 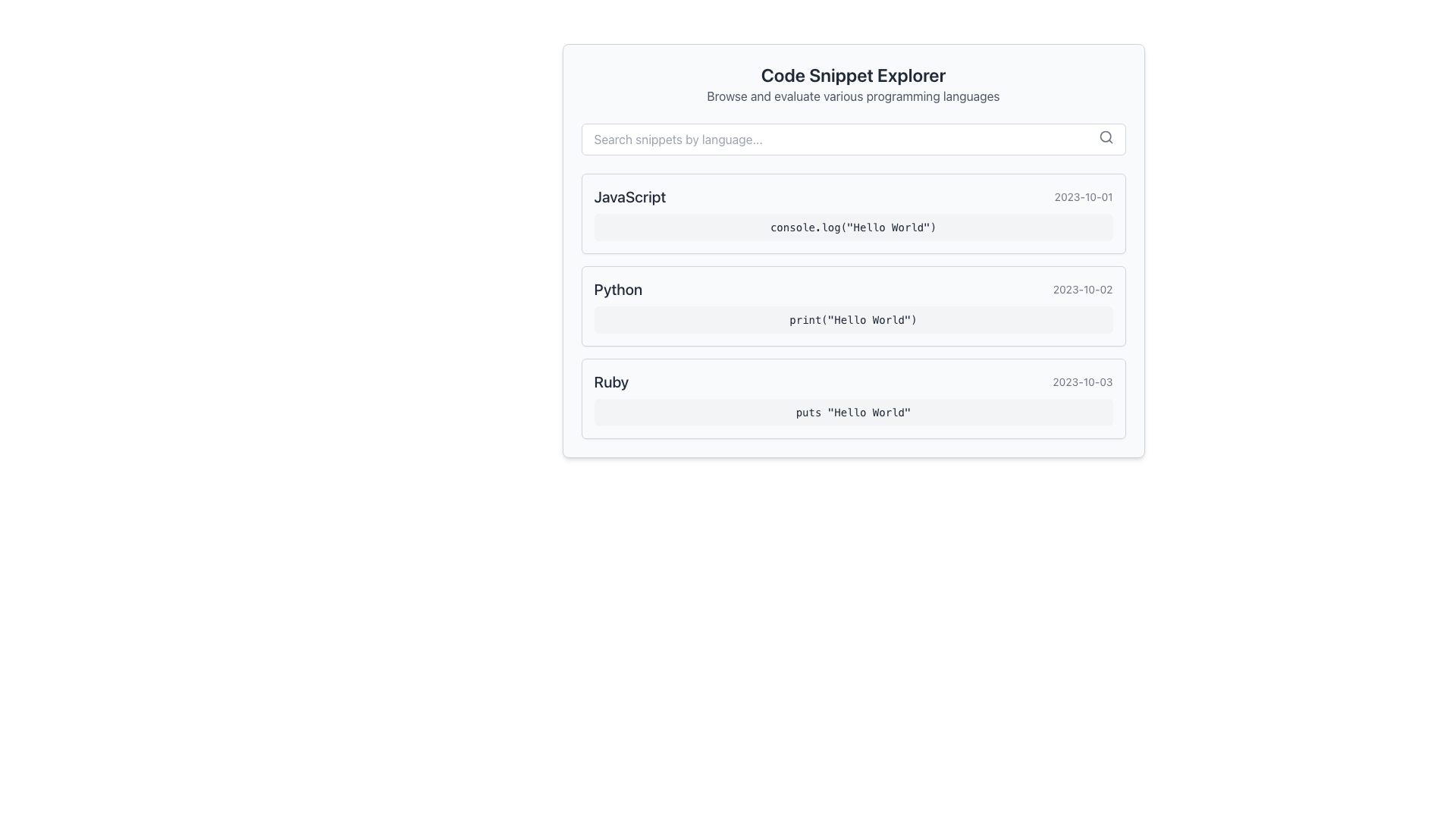 I want to click on the Code snippet display box that displays the Python code snippet 'print("Hello World")', located below the header 'Python2023-10-02' in the coding interface, so click(x=853, y=318).